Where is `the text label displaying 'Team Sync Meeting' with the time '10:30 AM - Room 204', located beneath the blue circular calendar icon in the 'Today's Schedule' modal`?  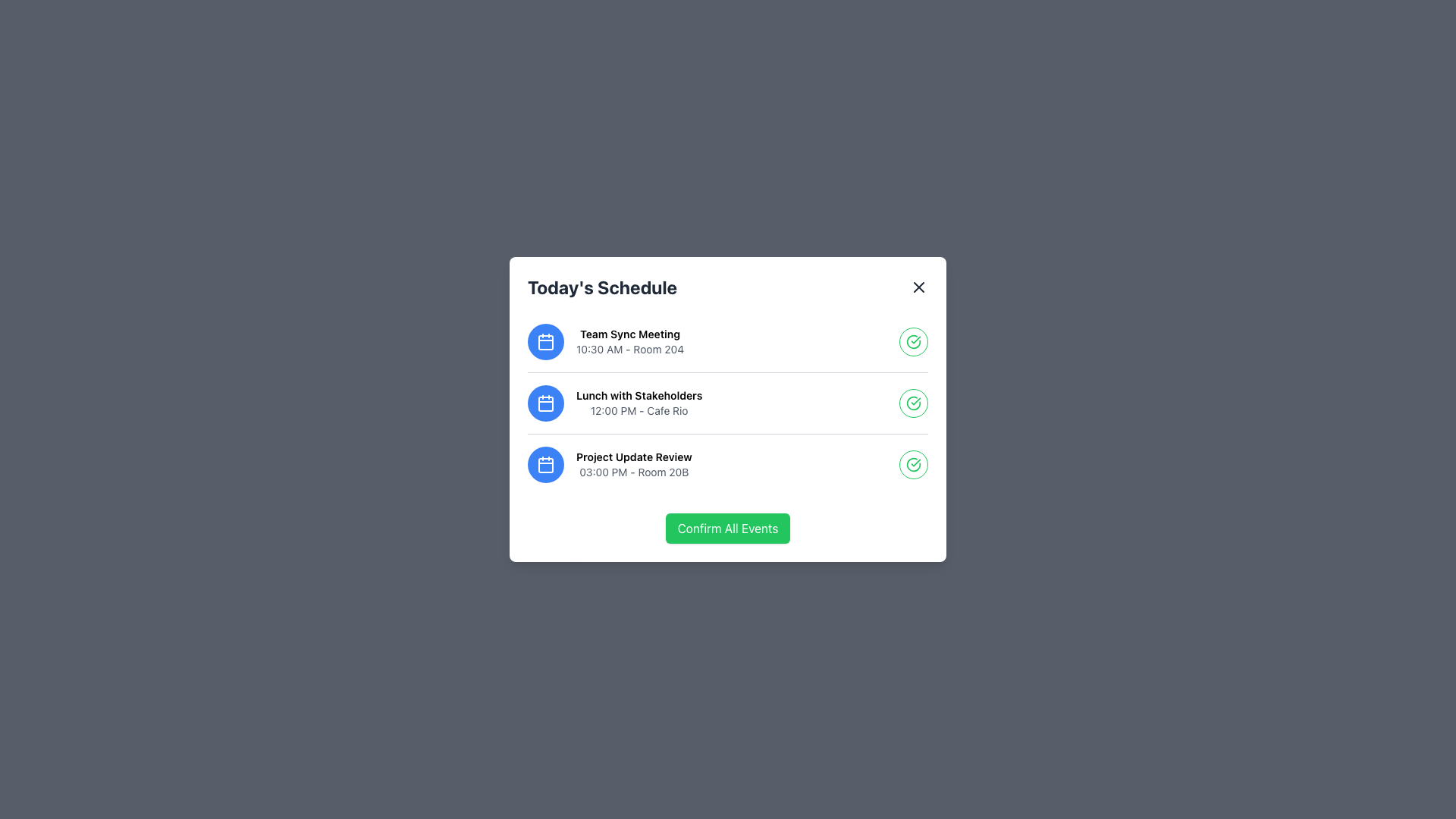
the text label displaying 'Team Sync Meeting' with the time '10:30 AM - Room 204', located beneath the blue circular calendar icon in the 'Today's Schedule' modal is located at coordinates (629, 342).